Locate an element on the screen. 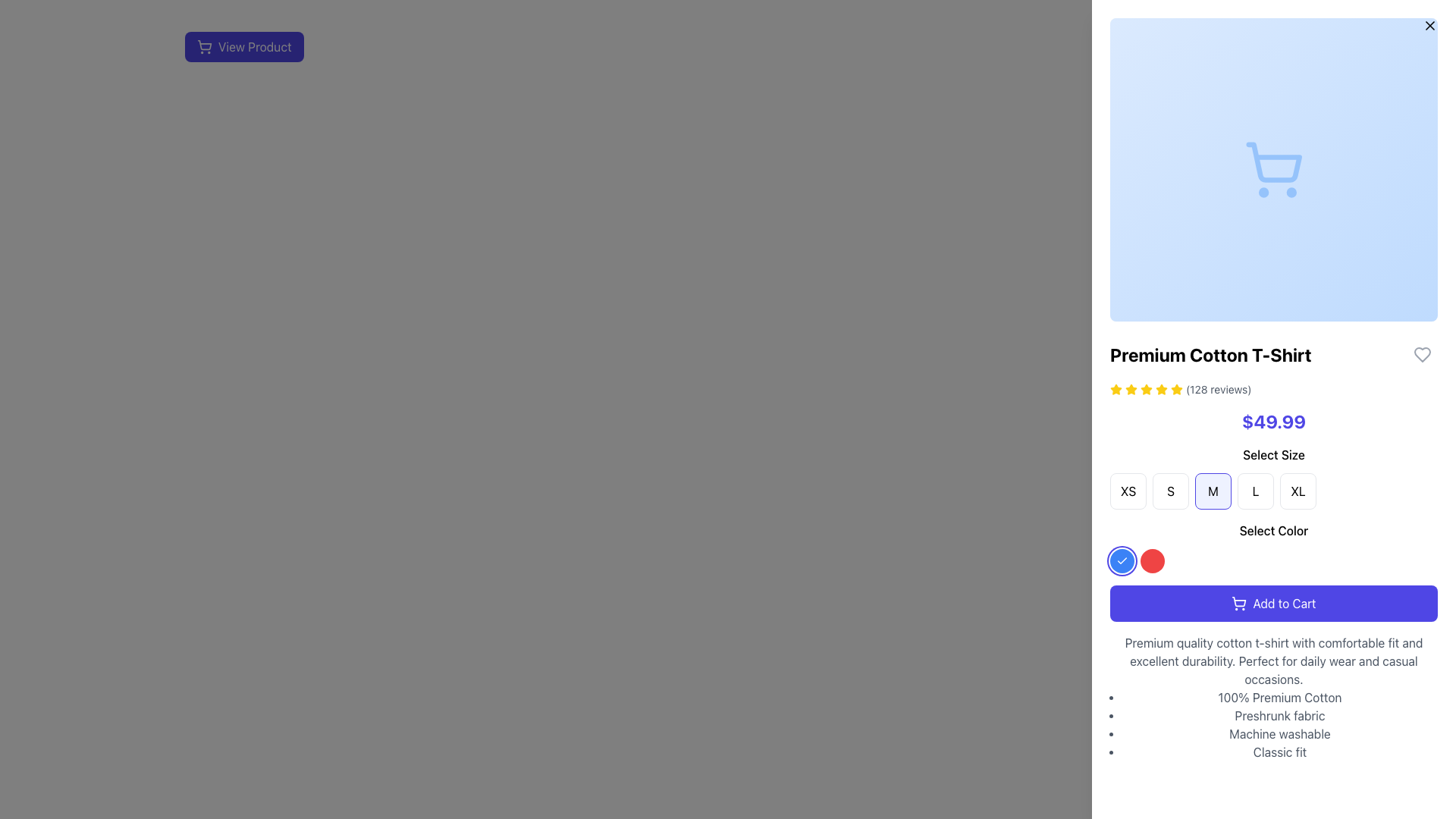 The height and width of the screenshot is (819, 1456). the rectangular button with a dark blue background and white text stating 'View Product' to trigger visual feedback is located at coordinates (244, 45).